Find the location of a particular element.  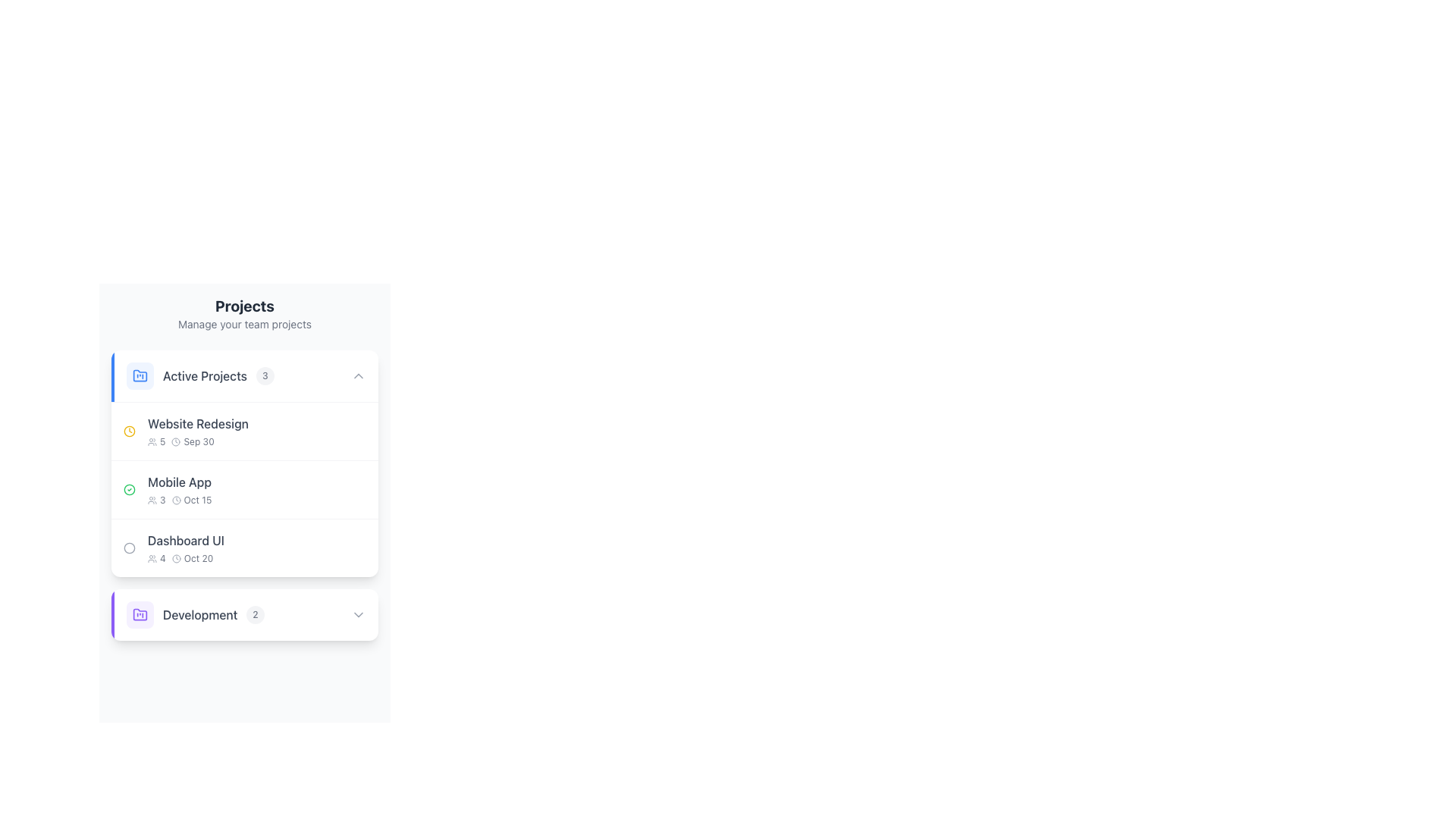

the circular graphic element located to the left of the 'Mobile App' project in the 'Active Projects' section of the list, which serves as a status indicator is located at coordinates (130, 548).